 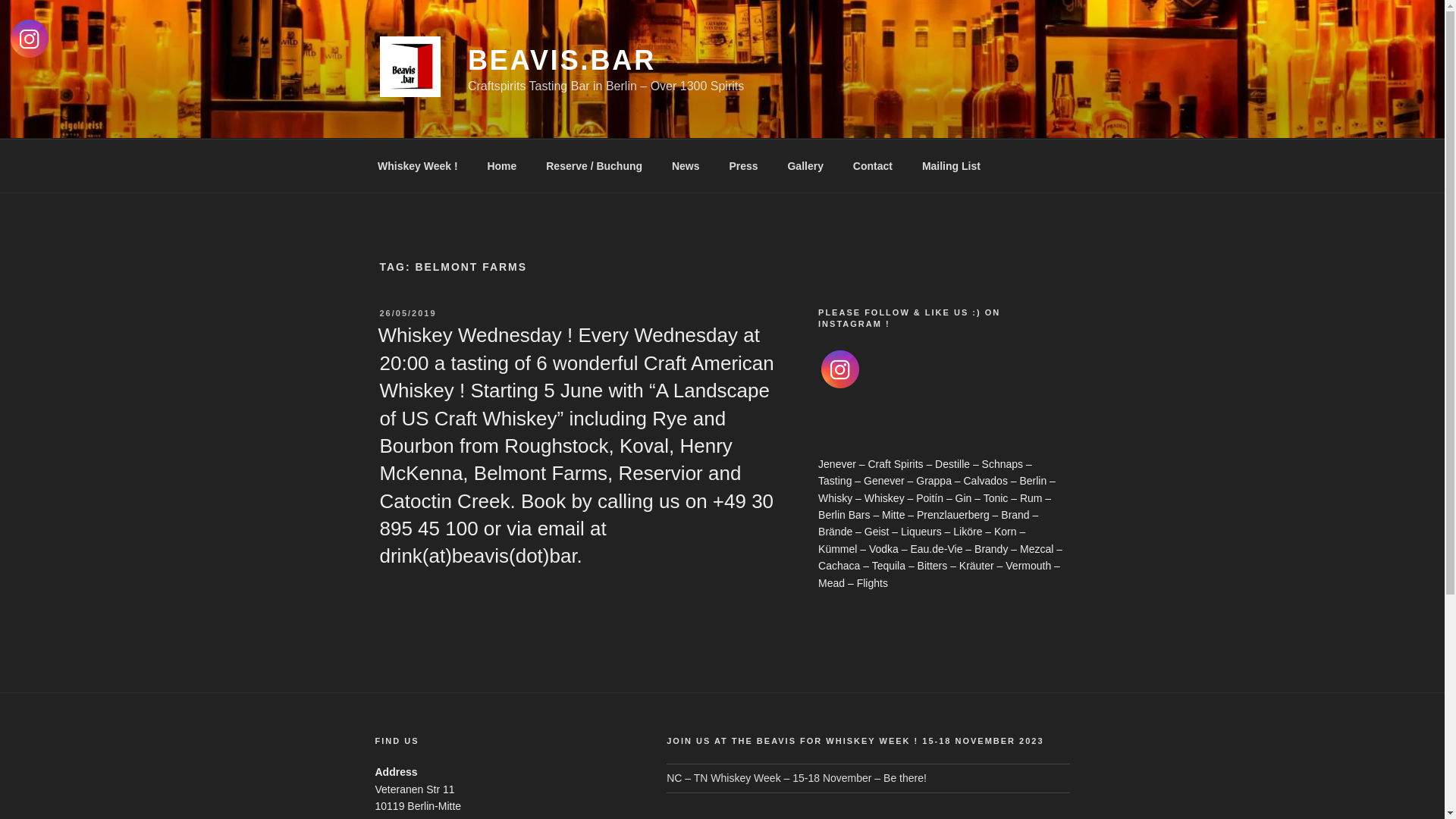 I want to click on 'News', so click(x=658, y=165).